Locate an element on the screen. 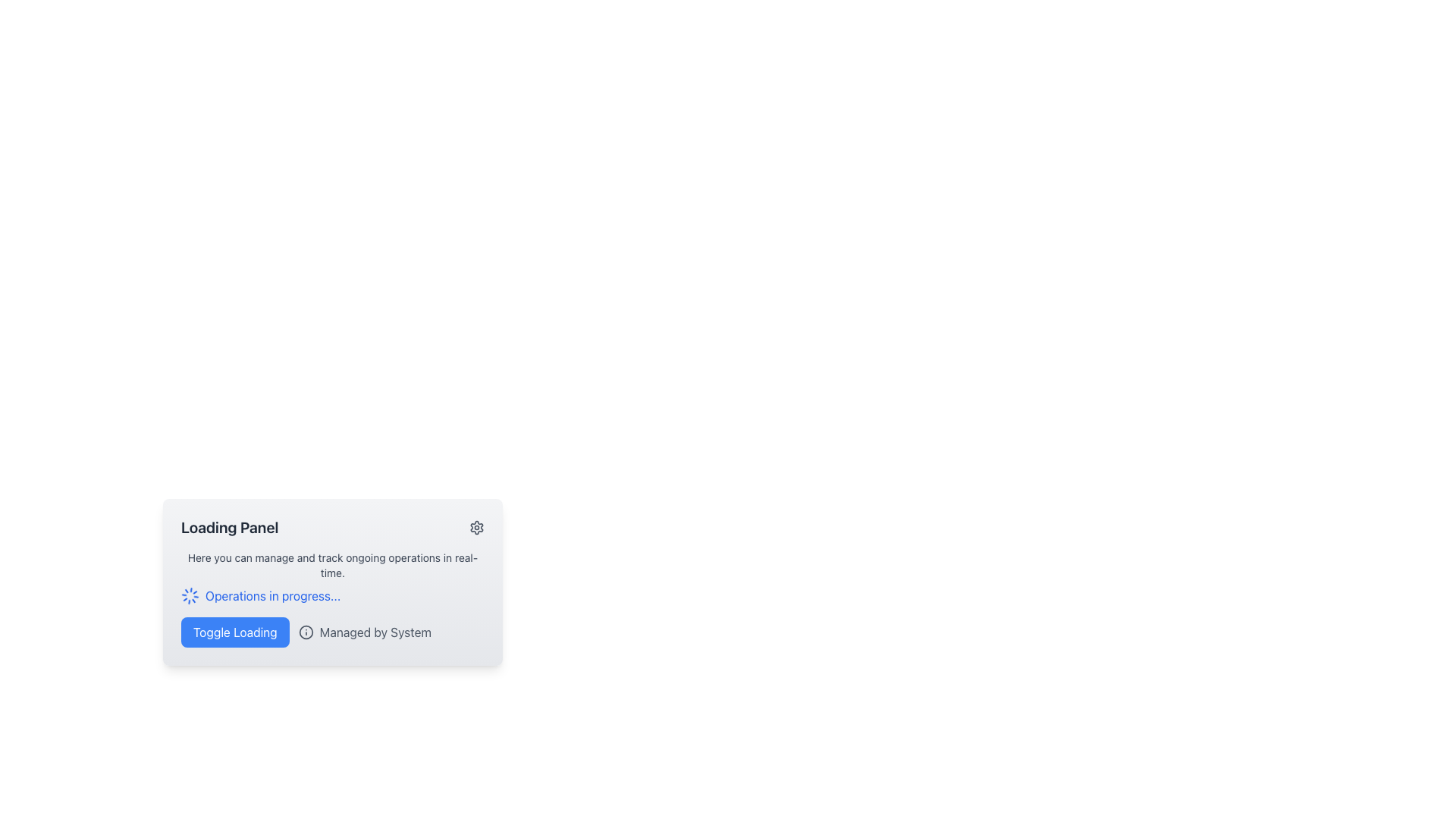 This screenshot has width=1456, height=819. the informational text element indicating 'Managed by System', which is located to the right of the 'Toggle Loading' button in a horizontal layout is located at coordinates (365, 632).